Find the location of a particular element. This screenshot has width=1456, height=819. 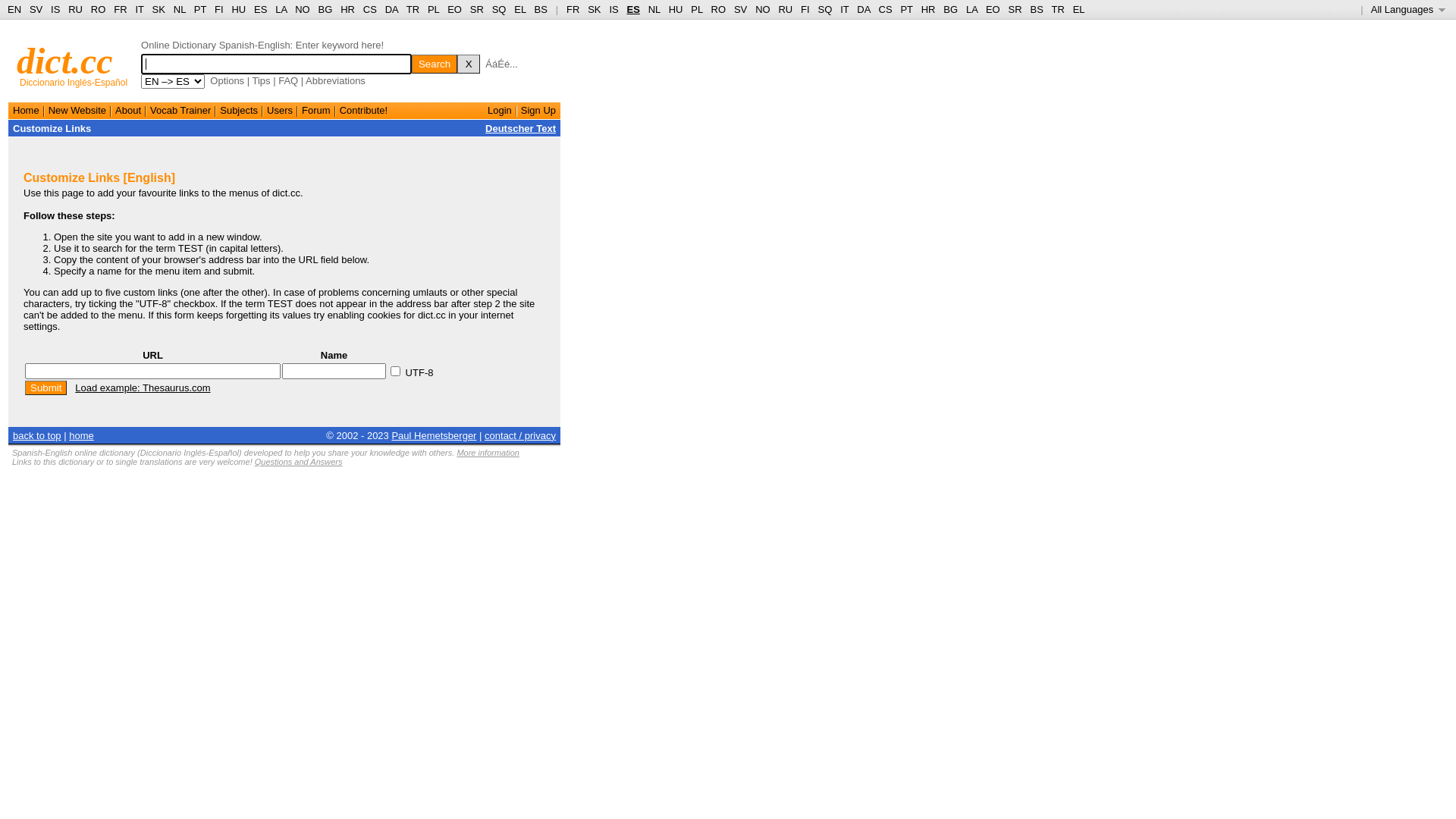

'IS' is located at coordinates (55, 9).